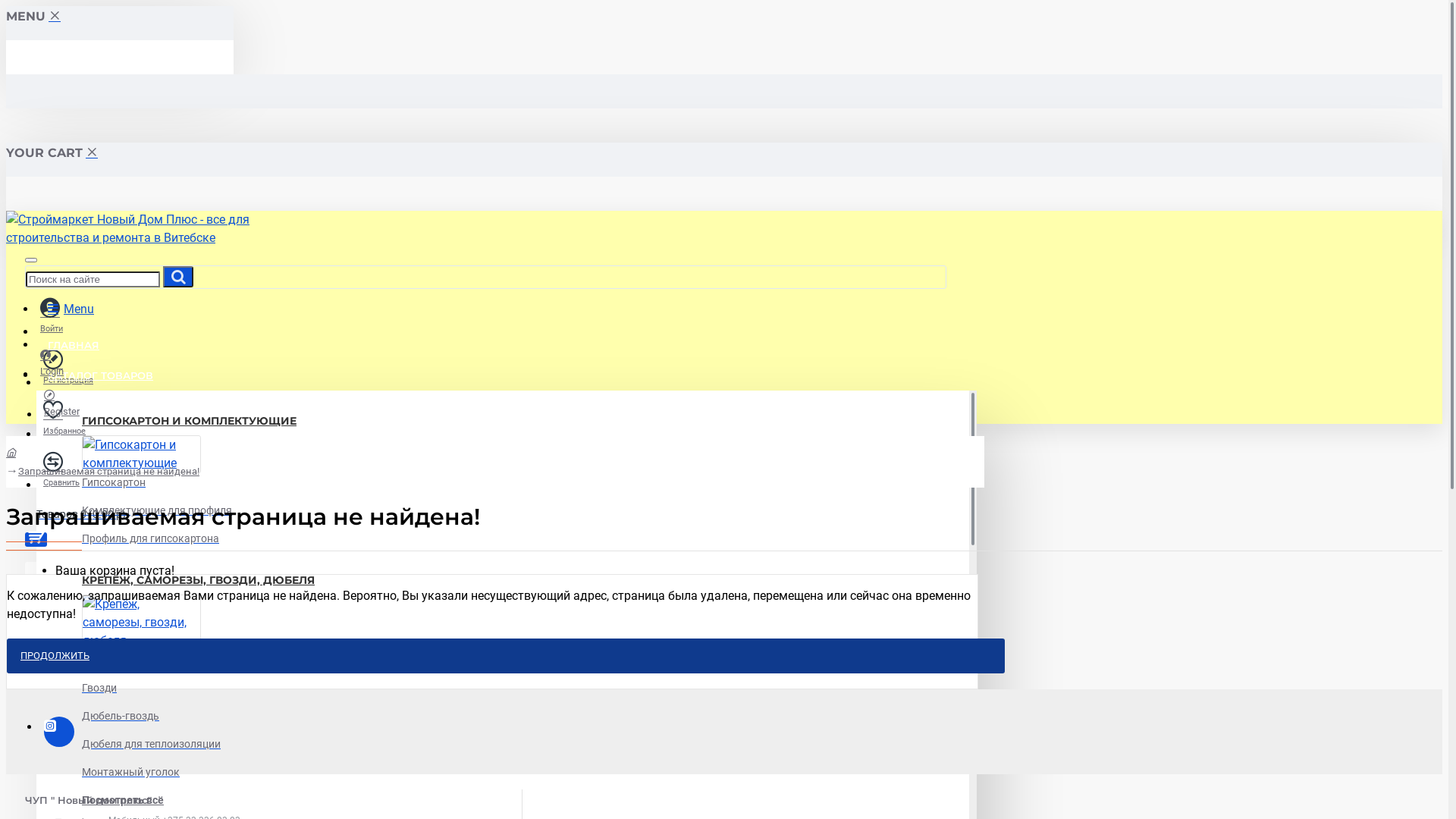  What do you see at coordinates (70, 308) in the screenshot?
I see `'Menu'` at bounding box center [70, 308].